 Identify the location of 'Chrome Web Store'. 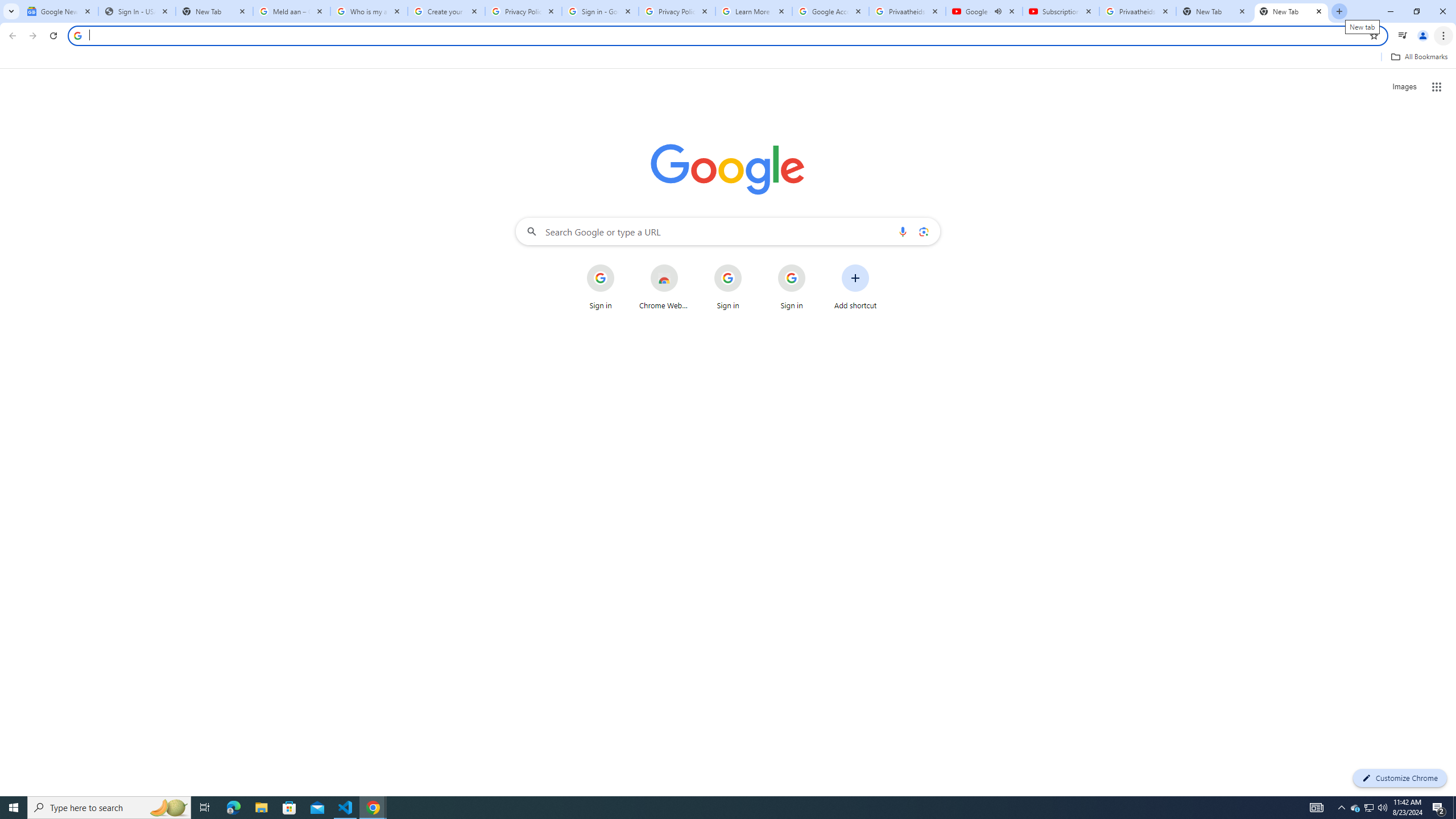
(663, 287).